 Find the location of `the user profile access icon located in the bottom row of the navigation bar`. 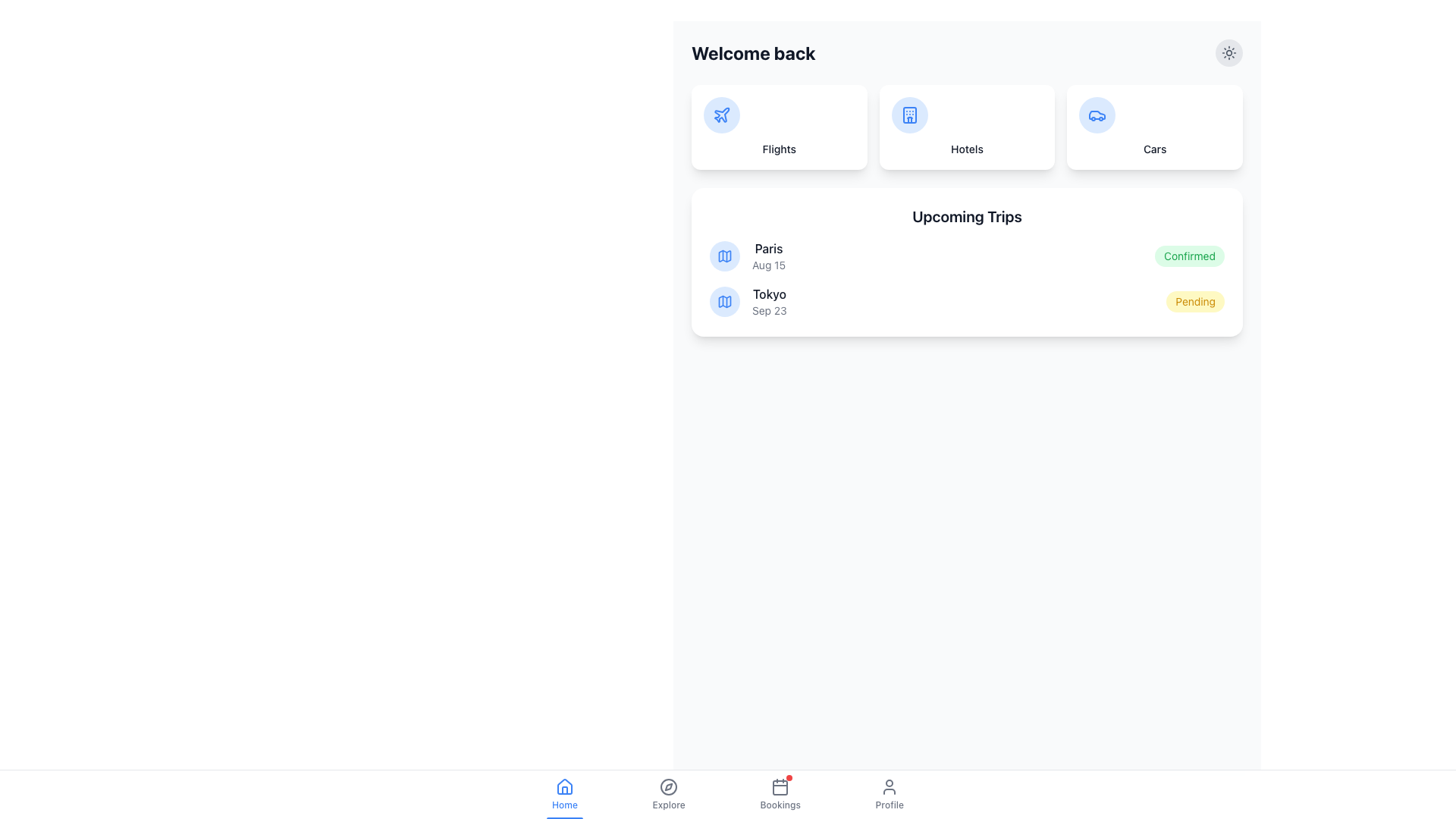

the user profile access icon located in the bottom row of the navigation bar is located at coordinates (890, 786).